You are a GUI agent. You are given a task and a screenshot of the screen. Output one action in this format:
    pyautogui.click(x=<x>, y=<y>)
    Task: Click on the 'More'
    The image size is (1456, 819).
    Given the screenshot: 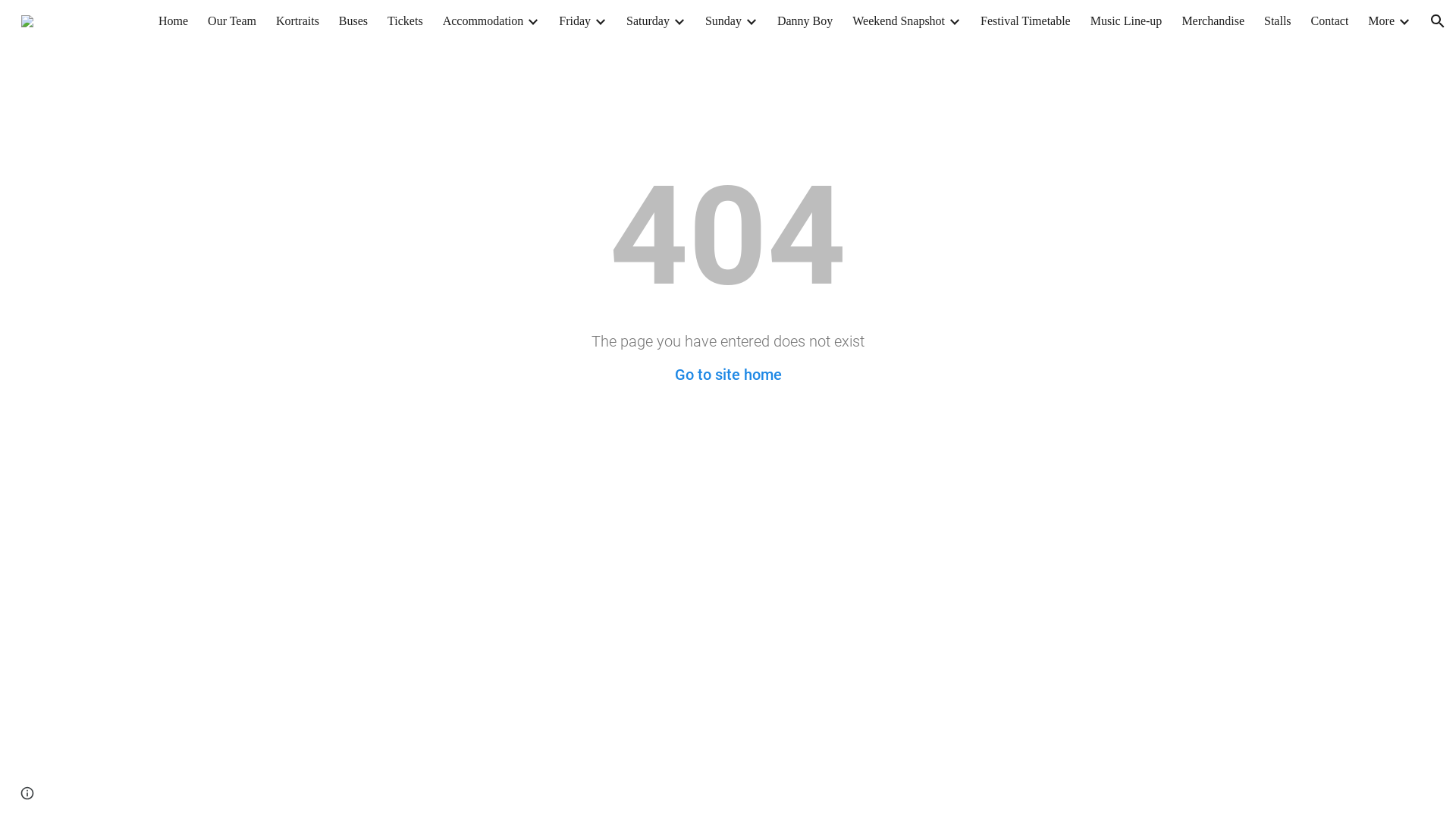 What is the action you would take?
    pyautogui.click(x=1368, y=20)
    